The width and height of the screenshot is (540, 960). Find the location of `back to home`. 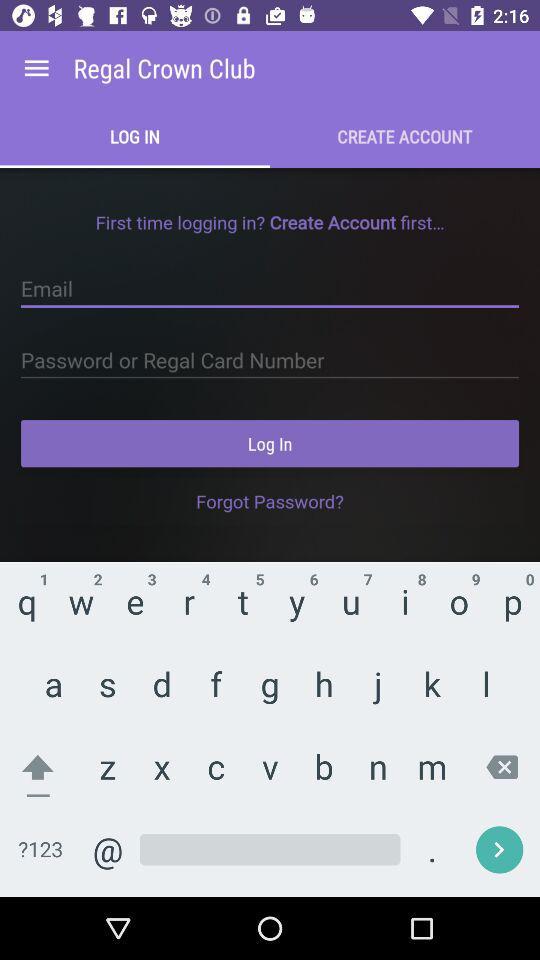

back to home is located at coordinates (36, 68).